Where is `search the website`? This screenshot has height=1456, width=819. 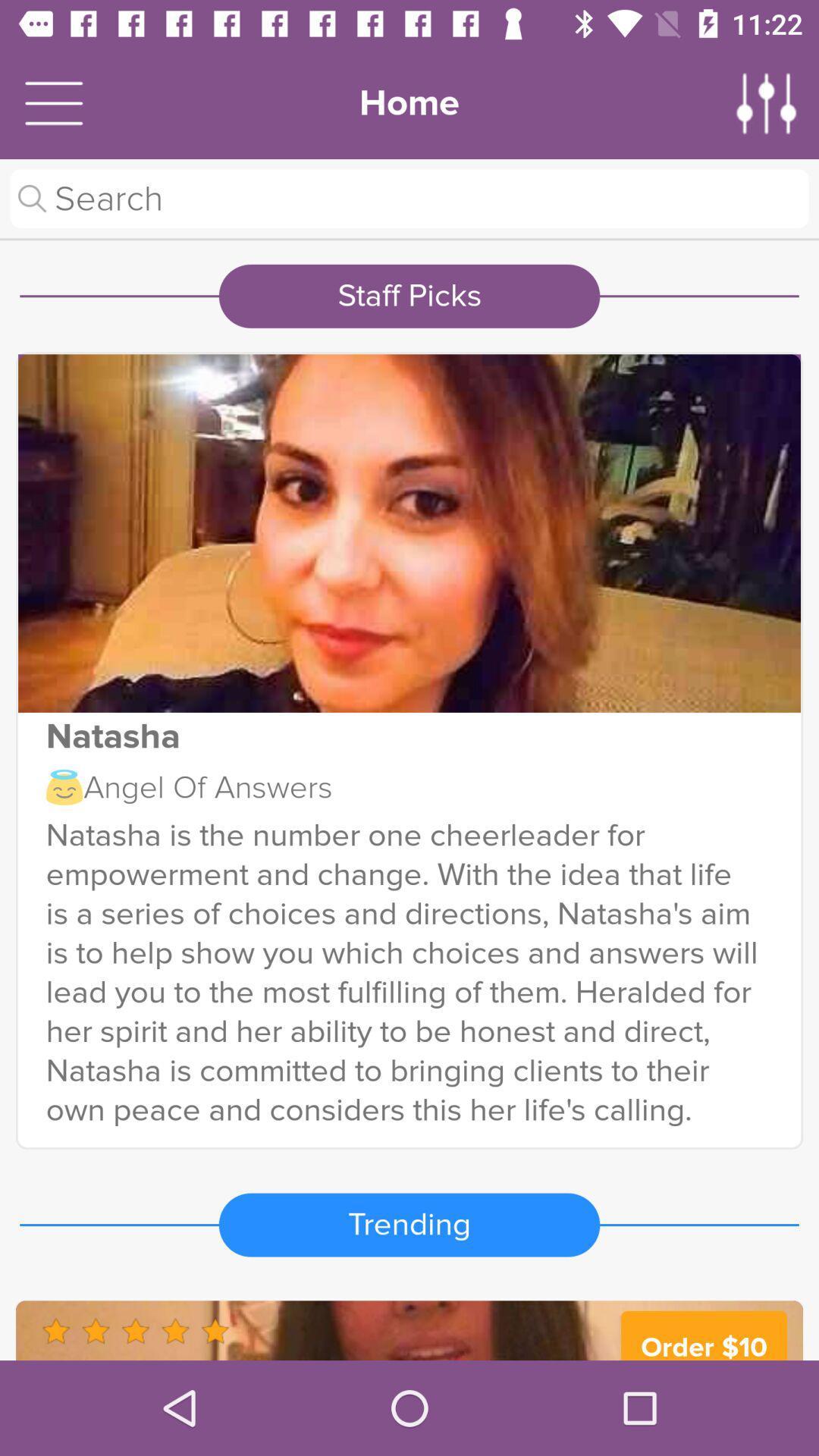 search the website is located at coordinates (409, 198).